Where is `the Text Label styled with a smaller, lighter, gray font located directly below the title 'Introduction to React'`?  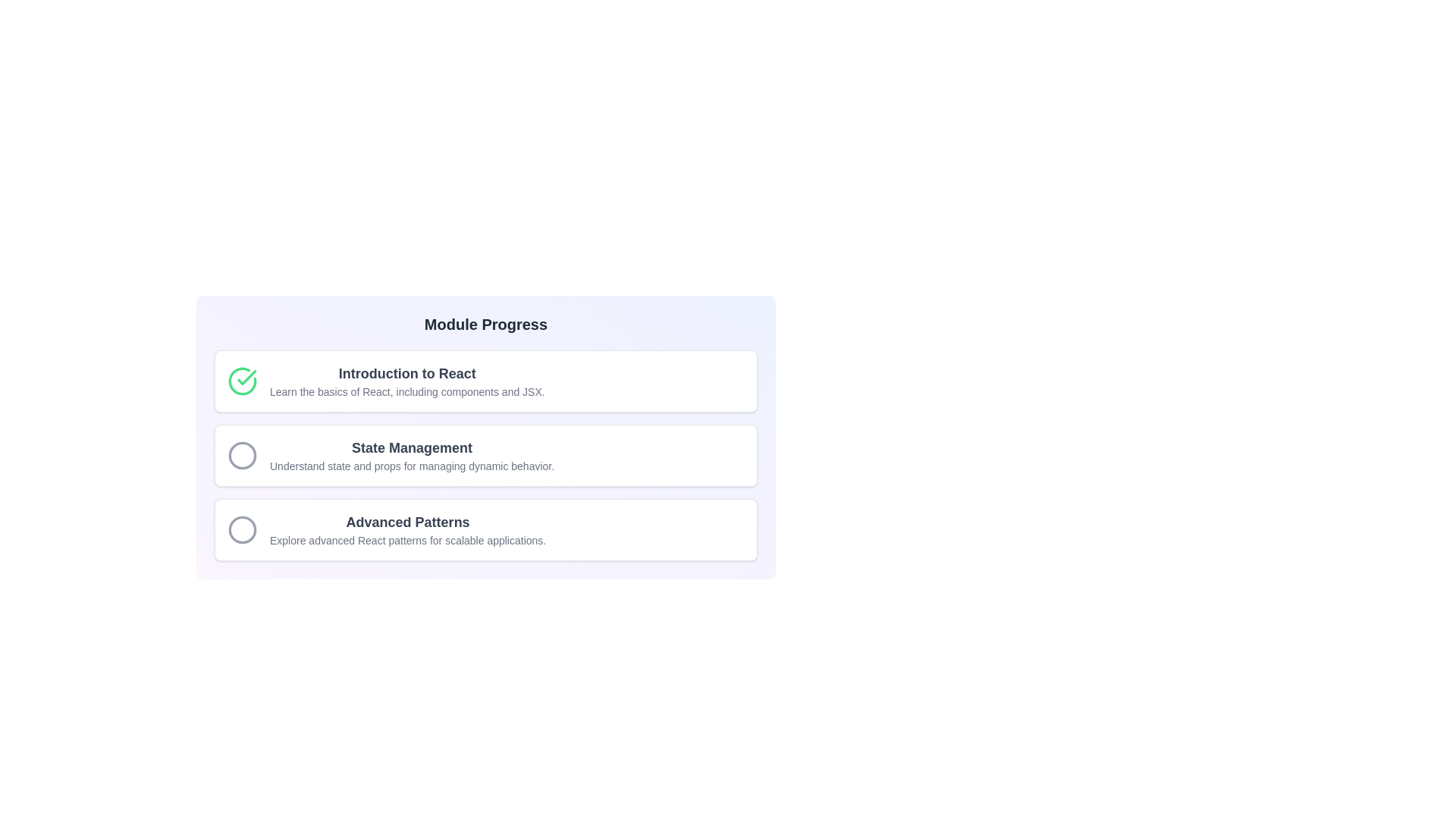 the Text Label styled with a smaller, lighter, gray font located directly below the title 'Introduction to React' is located at coordinates (407, 391).